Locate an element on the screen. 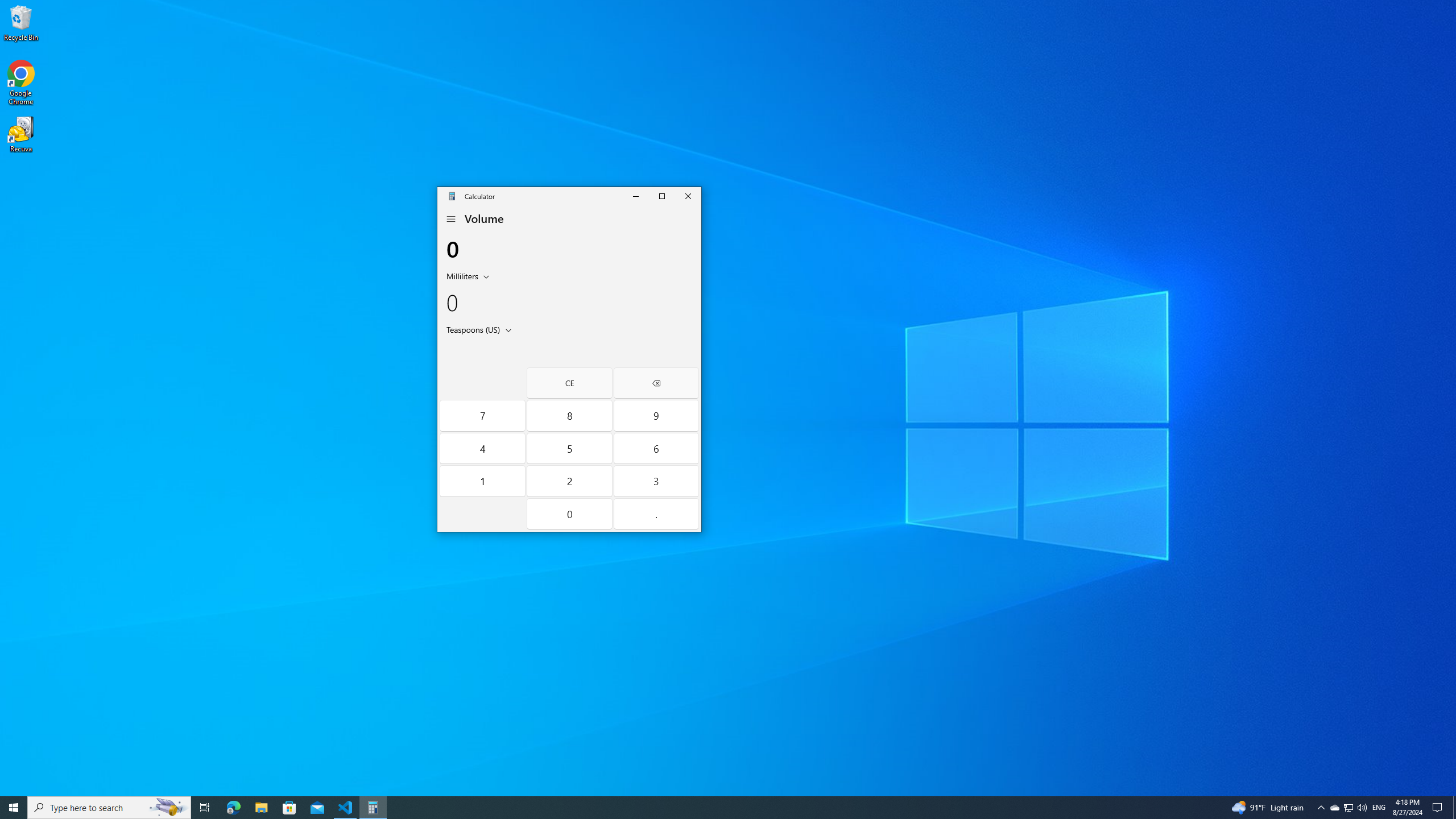 Image resolution: width=1456 pixels, height=819 pixels. 'Open Navigation' is located at coordinates (450, 218).